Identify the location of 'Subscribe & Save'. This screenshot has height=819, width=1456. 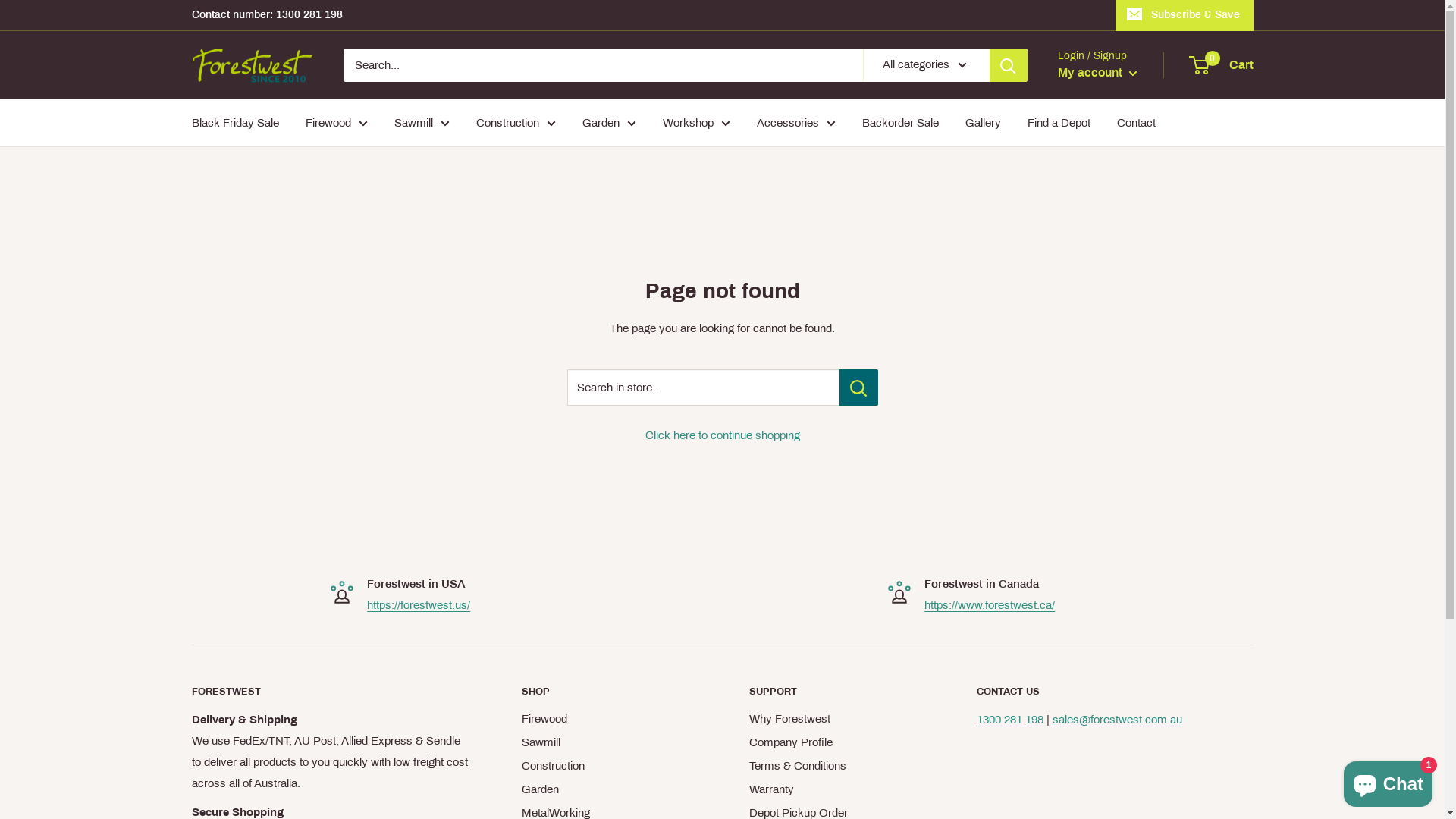
(1114, 14).